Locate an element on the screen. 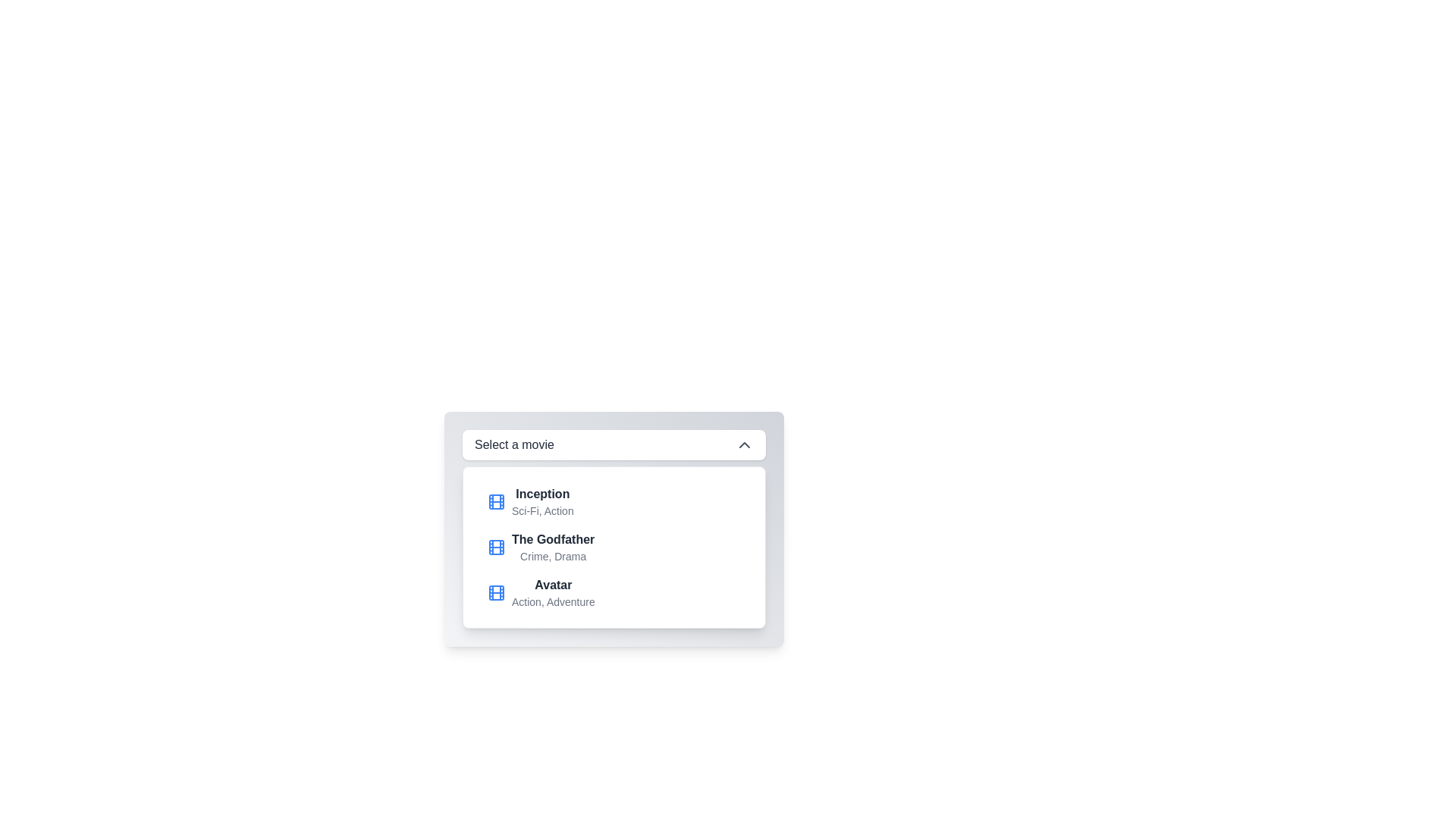 The width and height of the screenshot is (1456, 819). the square-shaped blue icon with a perforated film-like design, which is positioned to the left of the text 'The GodfatherCrime, Drama' in the list of movie options is located at coordinates (496, 547).